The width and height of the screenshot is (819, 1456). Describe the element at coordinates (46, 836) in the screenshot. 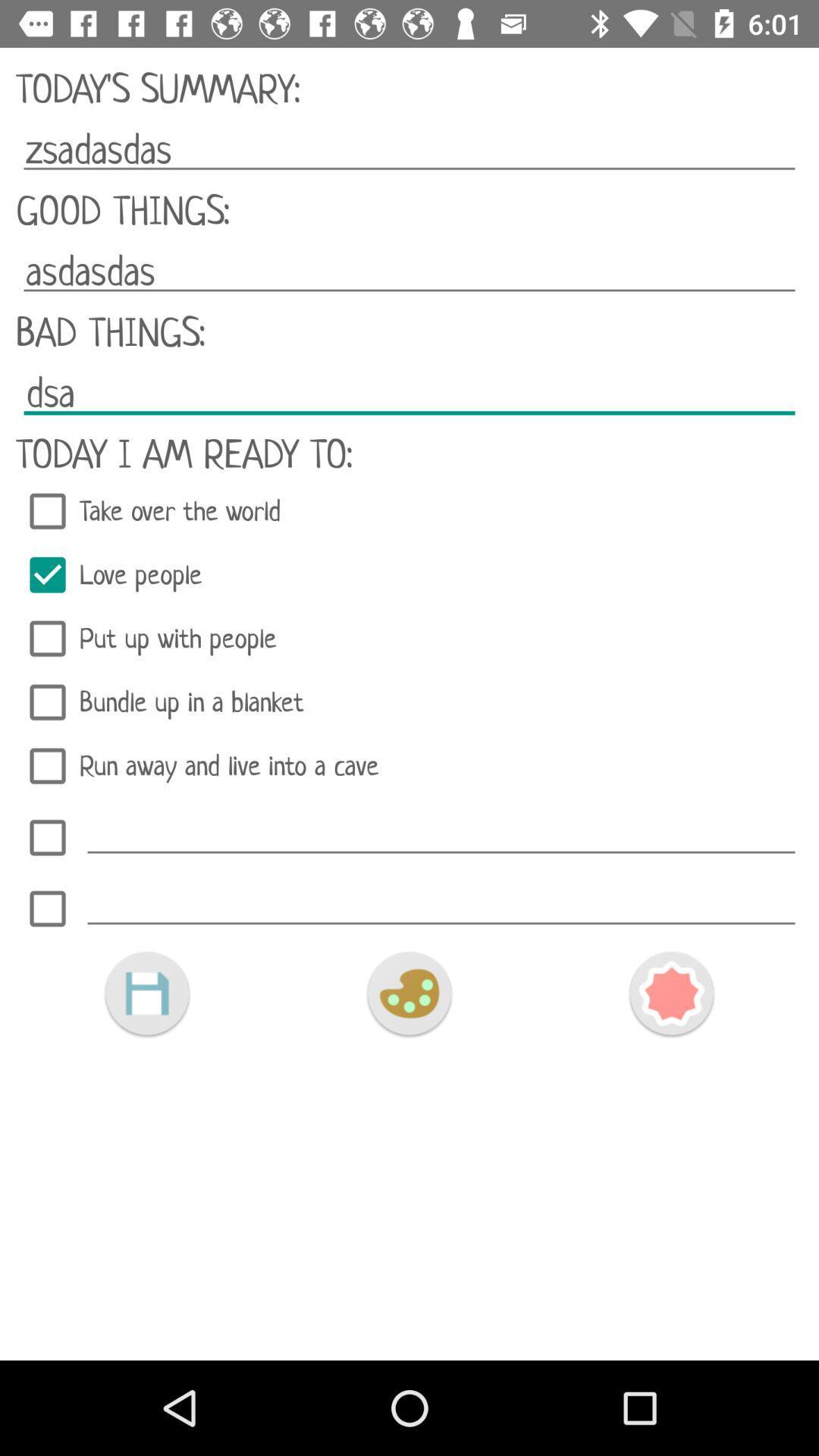

I see `reminder` at that location.